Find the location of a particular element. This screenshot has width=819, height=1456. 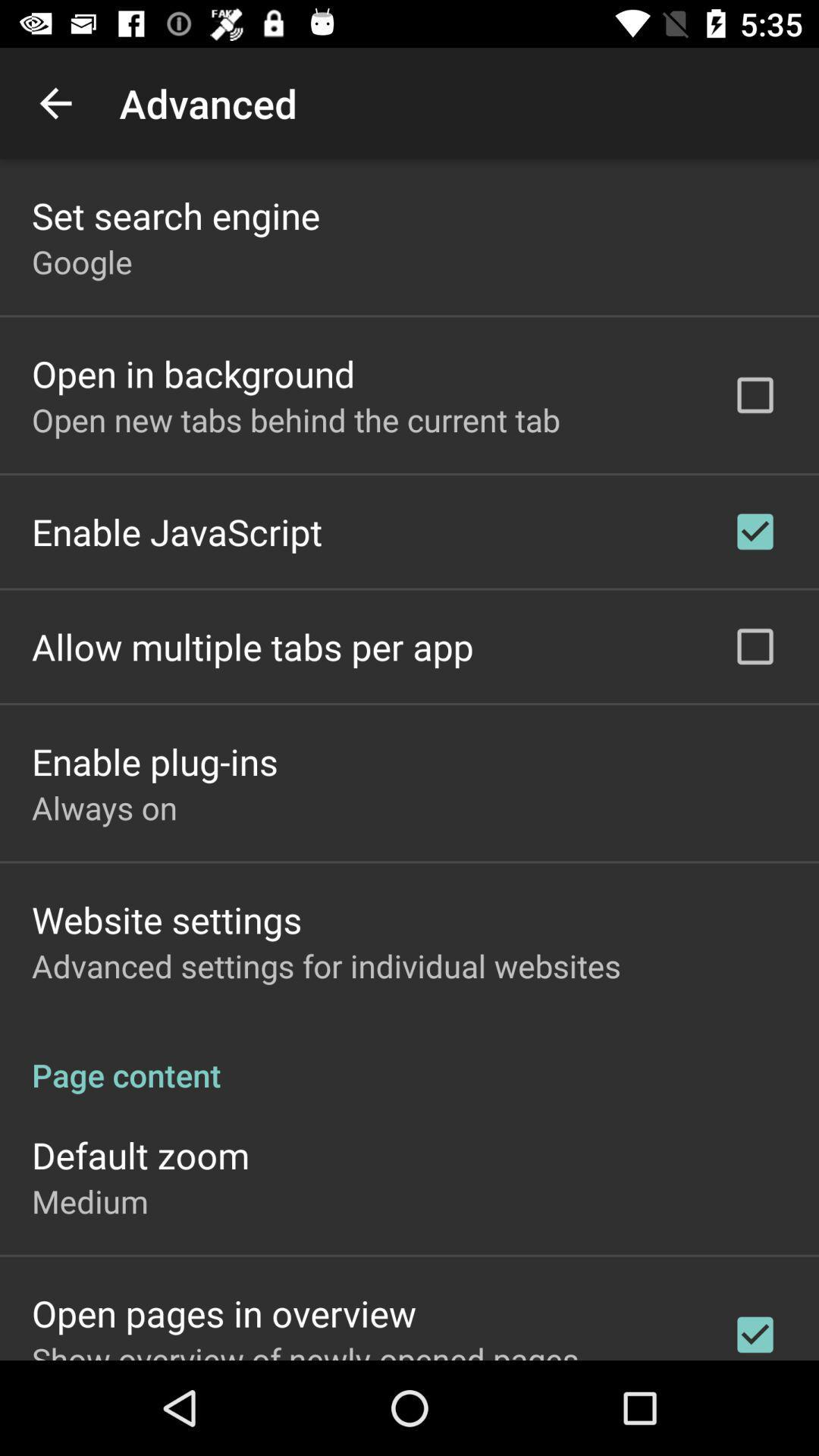

the google icon is located at coordinates (82, 262).